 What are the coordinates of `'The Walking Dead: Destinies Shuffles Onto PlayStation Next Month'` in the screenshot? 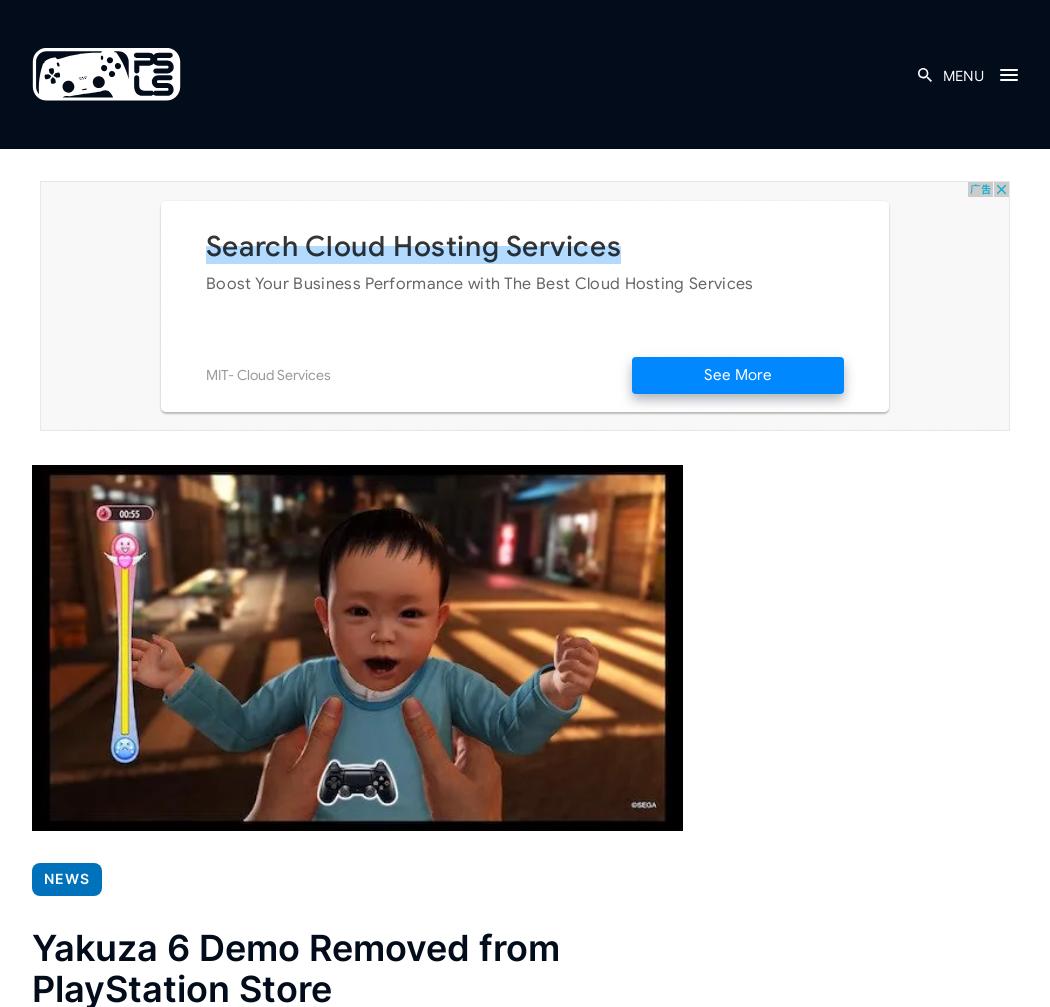 It's located at (390, 617).